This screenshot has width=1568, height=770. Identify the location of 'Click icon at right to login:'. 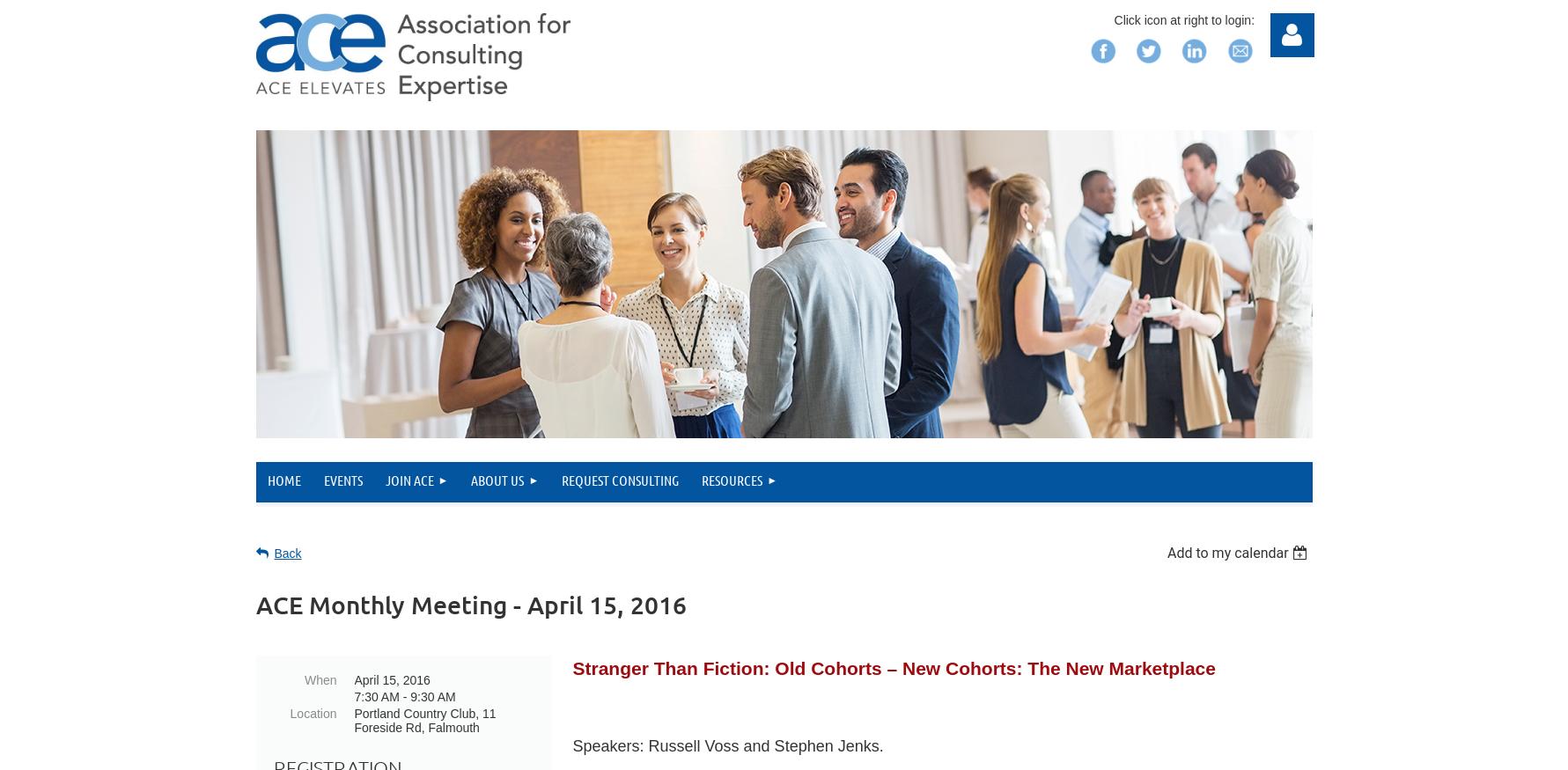
(1187, 19).